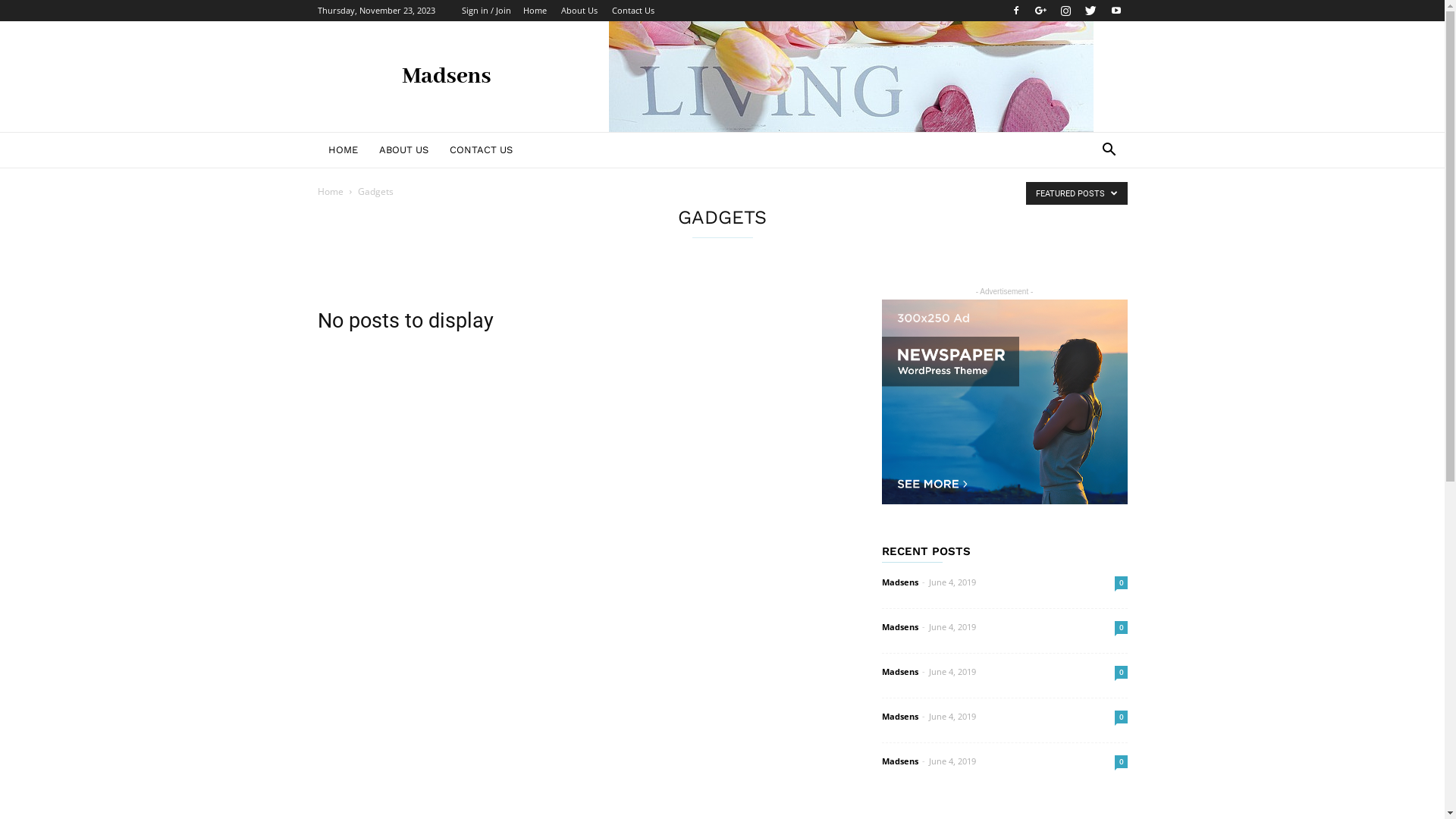  What do you see at coordinates (899, 761) in the screenshot?
I see `'Madsens'` at bounding box center [899, 761].